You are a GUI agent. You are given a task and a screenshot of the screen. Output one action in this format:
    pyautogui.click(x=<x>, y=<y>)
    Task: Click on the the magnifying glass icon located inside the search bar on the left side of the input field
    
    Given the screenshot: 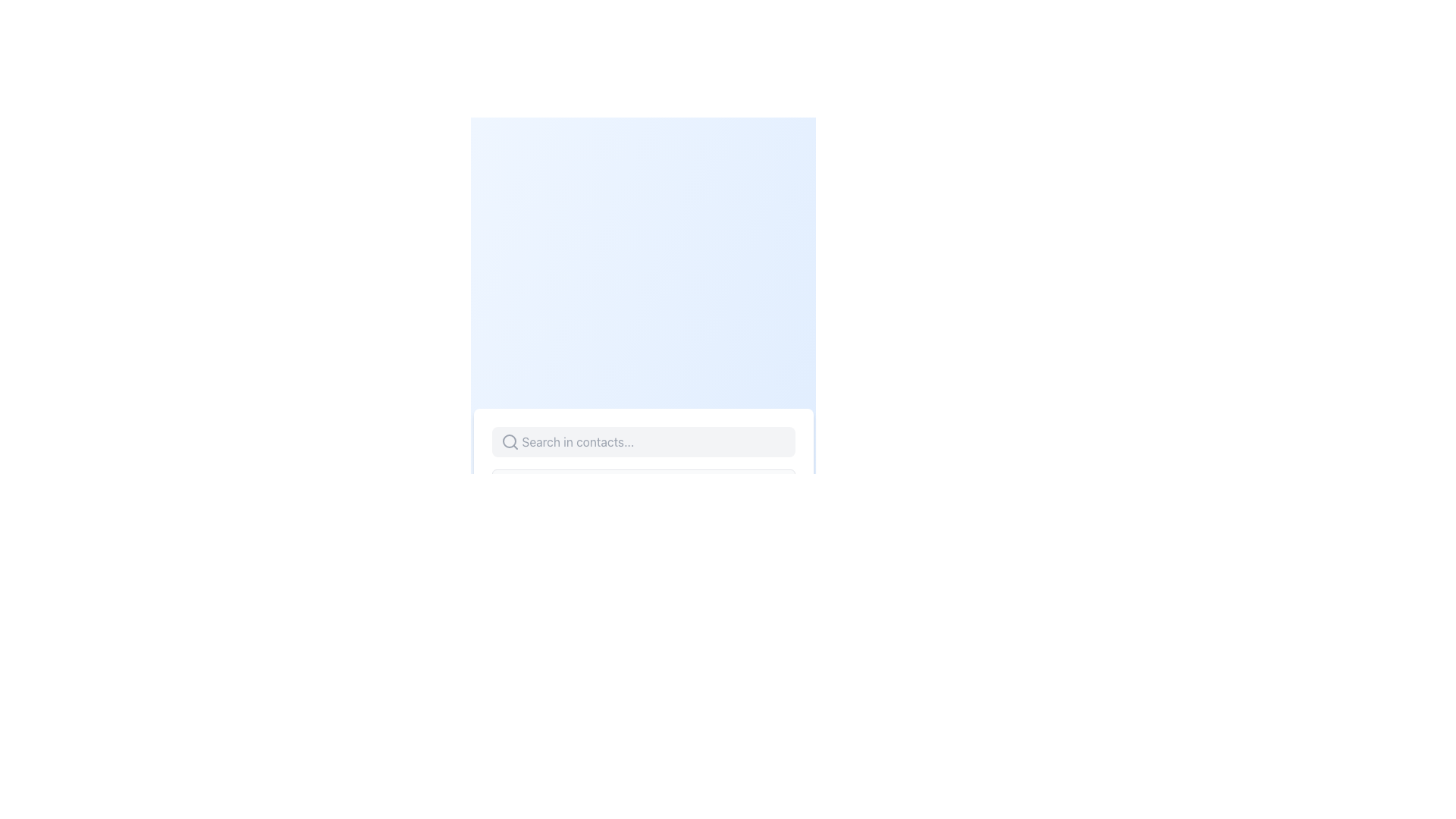 What is the action you would take?
    pyautogui.click(x=510, y=441)
    